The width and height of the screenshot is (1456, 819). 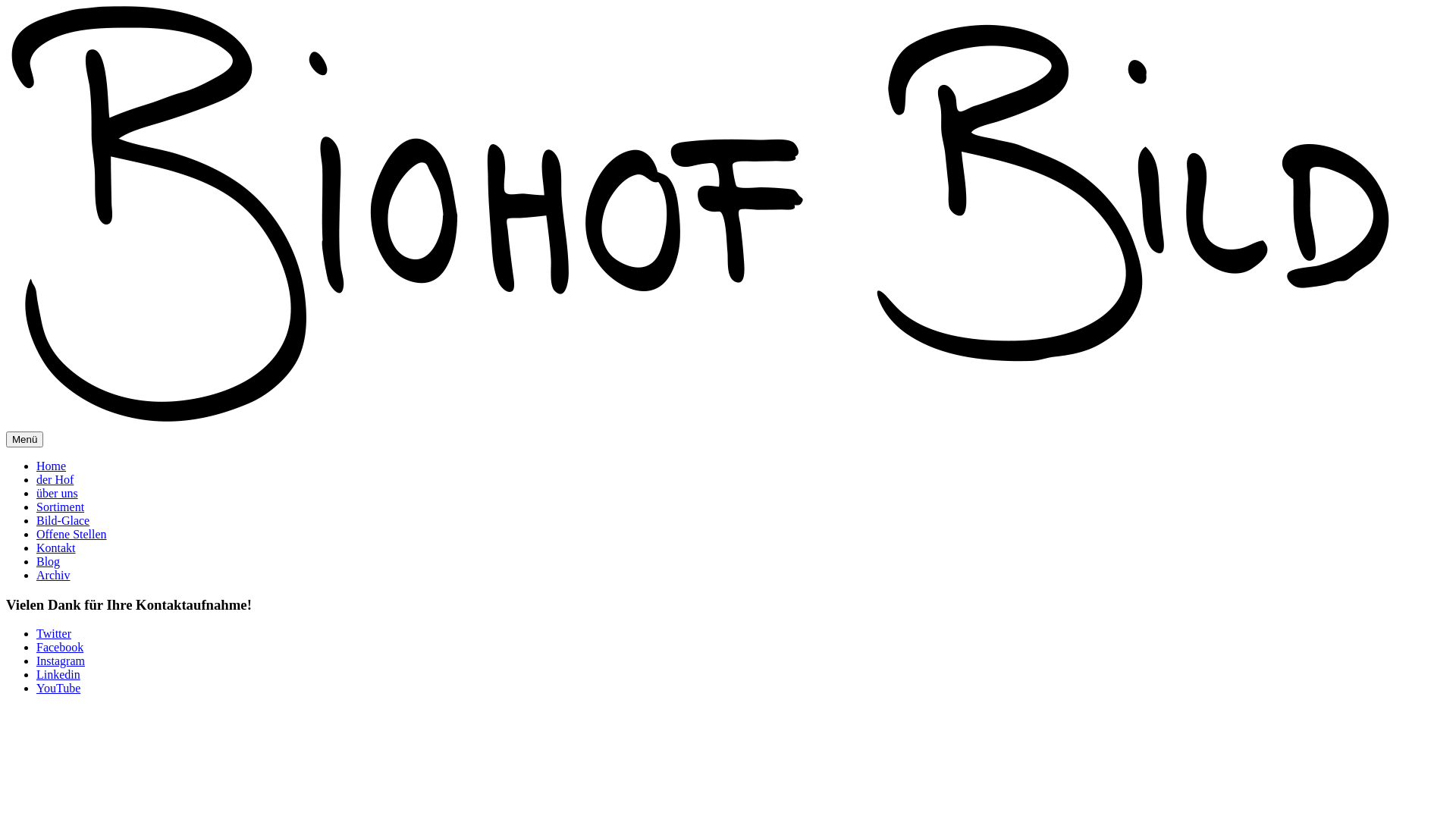 I want to click on 'Twitter', so click(x=36, y=633).